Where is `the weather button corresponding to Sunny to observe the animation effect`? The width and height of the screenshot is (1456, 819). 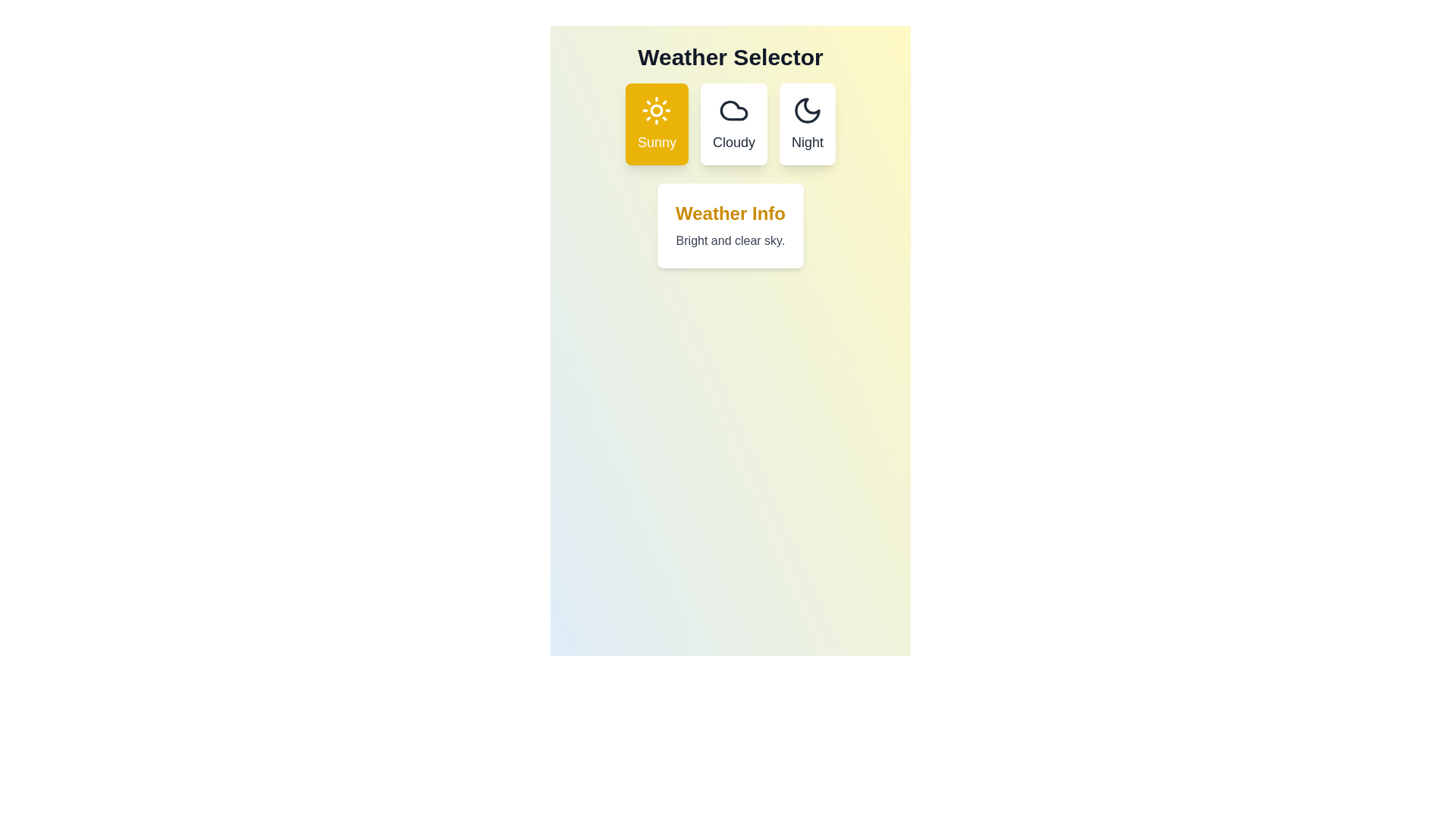 the weather button corresponding to Sunny to observe the animation effect is located at coordinates (657, 124).